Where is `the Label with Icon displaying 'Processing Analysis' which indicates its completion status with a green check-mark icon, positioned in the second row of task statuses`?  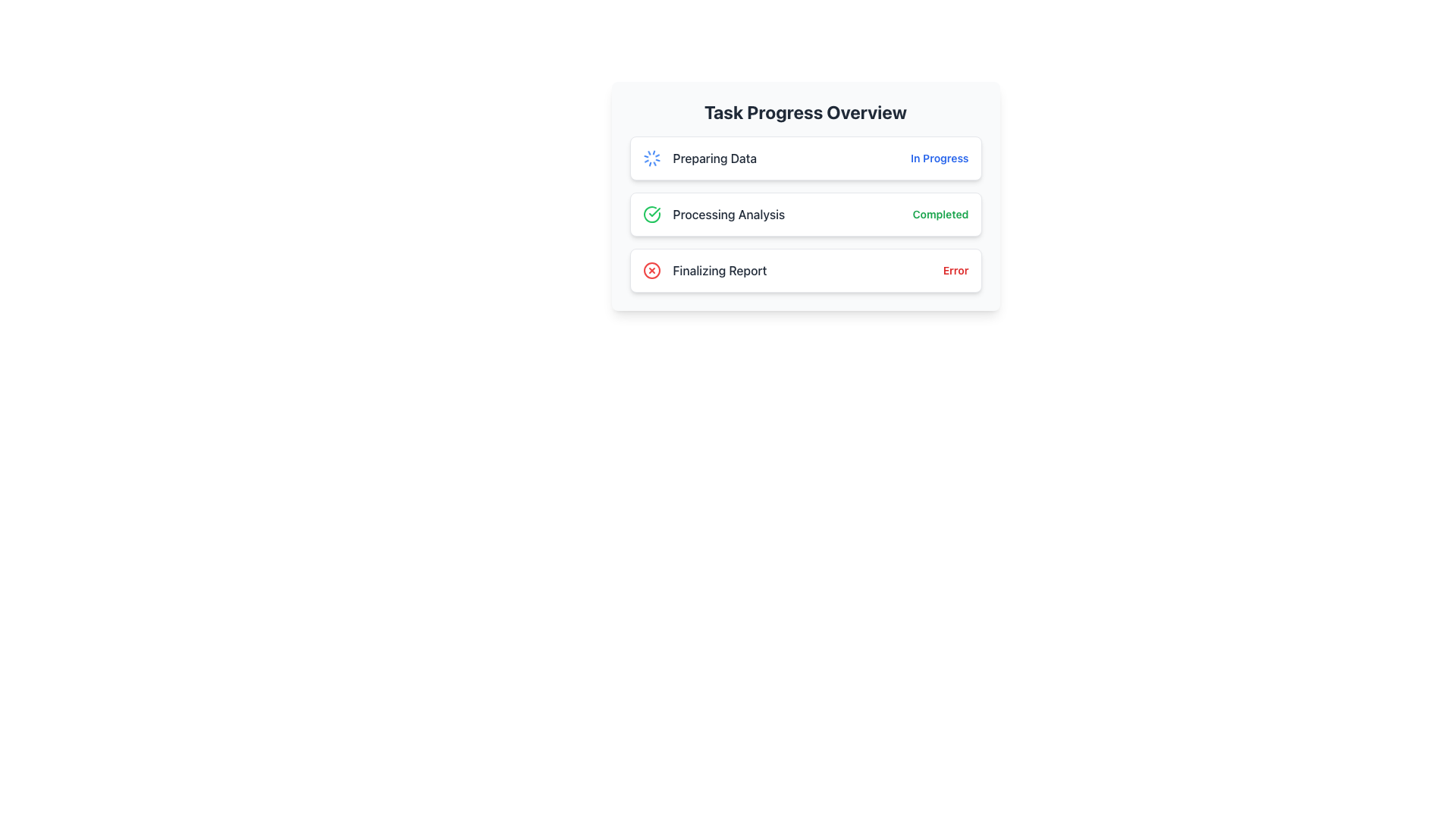
the Label with Icon displaying 'Processing Analysis' which indicates its completion status with a green check-mark icon, positioned in the second row of task statuses is located at coordinates (713, 214).